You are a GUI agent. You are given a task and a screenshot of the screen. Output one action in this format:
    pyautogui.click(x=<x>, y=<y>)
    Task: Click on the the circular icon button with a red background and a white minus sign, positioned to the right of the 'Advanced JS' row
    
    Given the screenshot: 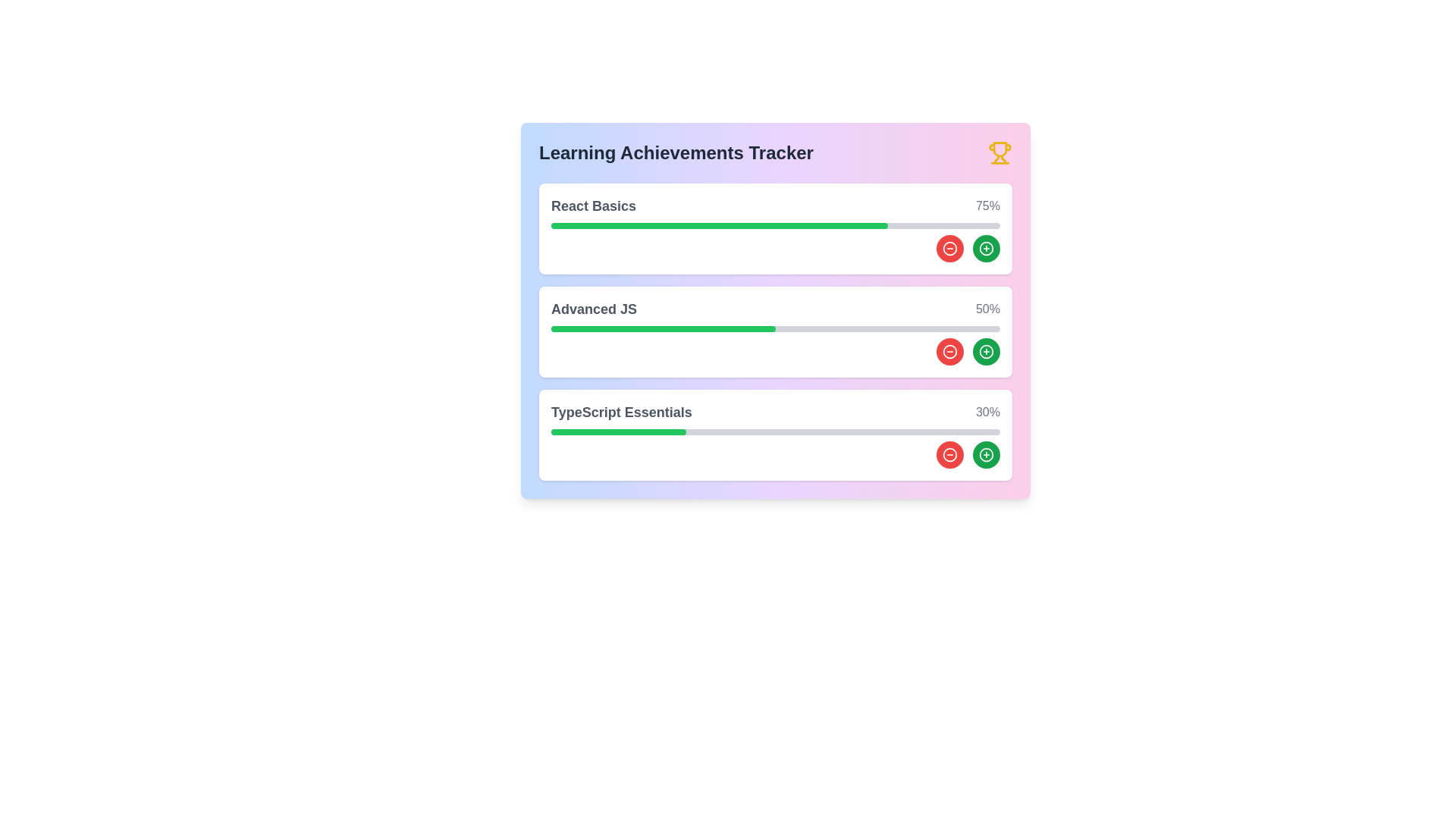 What is the action you would take?
    pyautogui.click(x=949, y=454)
    